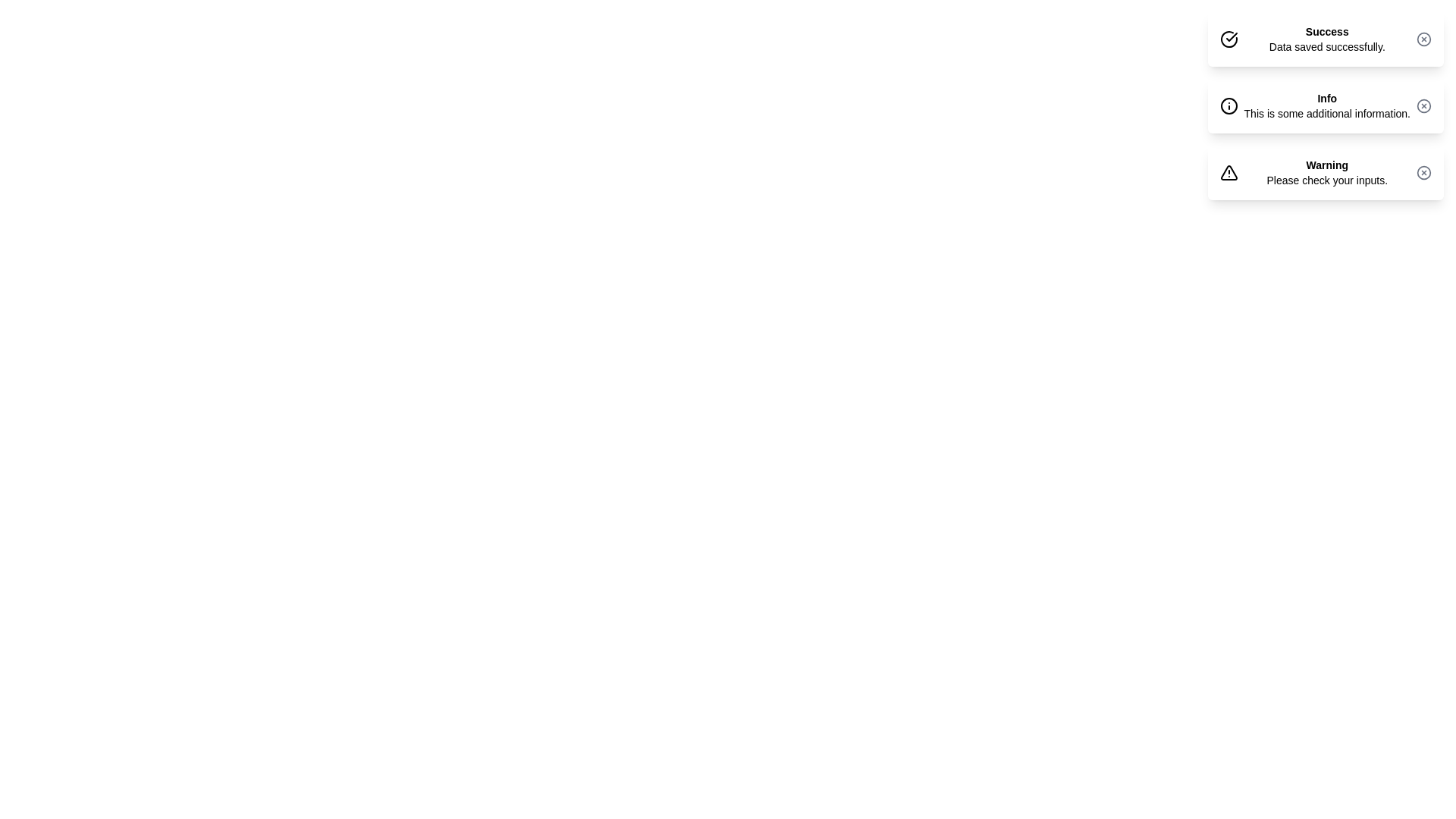 Image resolution: width=1456 pixels, height=819 pixels. Describe the element at coordinates (1232, 105) in the screenshot. I see `the informational icon located within the 'Info' notification box, adjacent to the text 'This is some additional information.'` at that location.